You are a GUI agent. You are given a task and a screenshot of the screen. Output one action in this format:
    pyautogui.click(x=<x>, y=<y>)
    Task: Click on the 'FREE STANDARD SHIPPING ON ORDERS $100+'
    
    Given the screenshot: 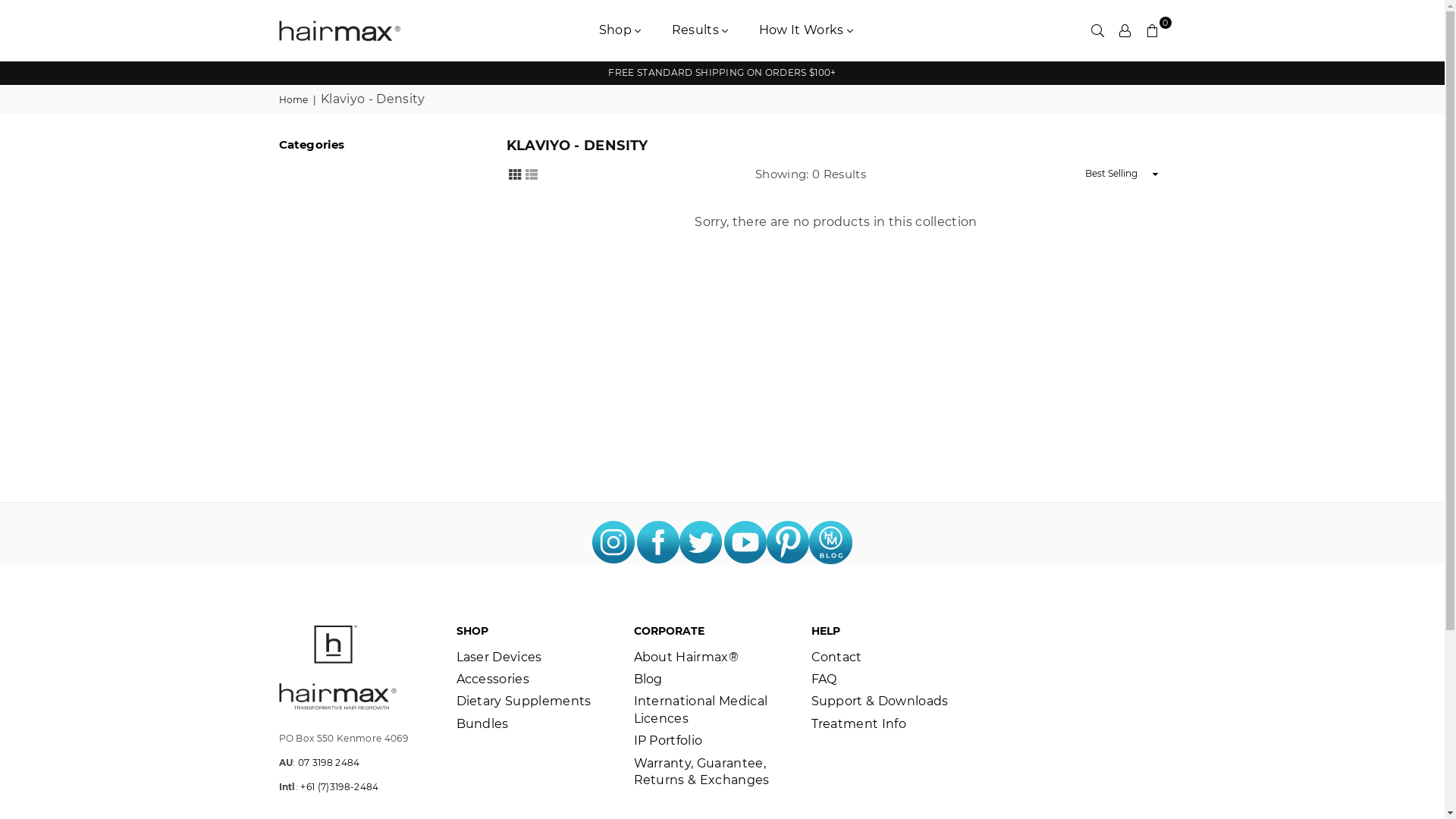 What is the action you would take?
    pyautogui.click(x=720, y=72)
    